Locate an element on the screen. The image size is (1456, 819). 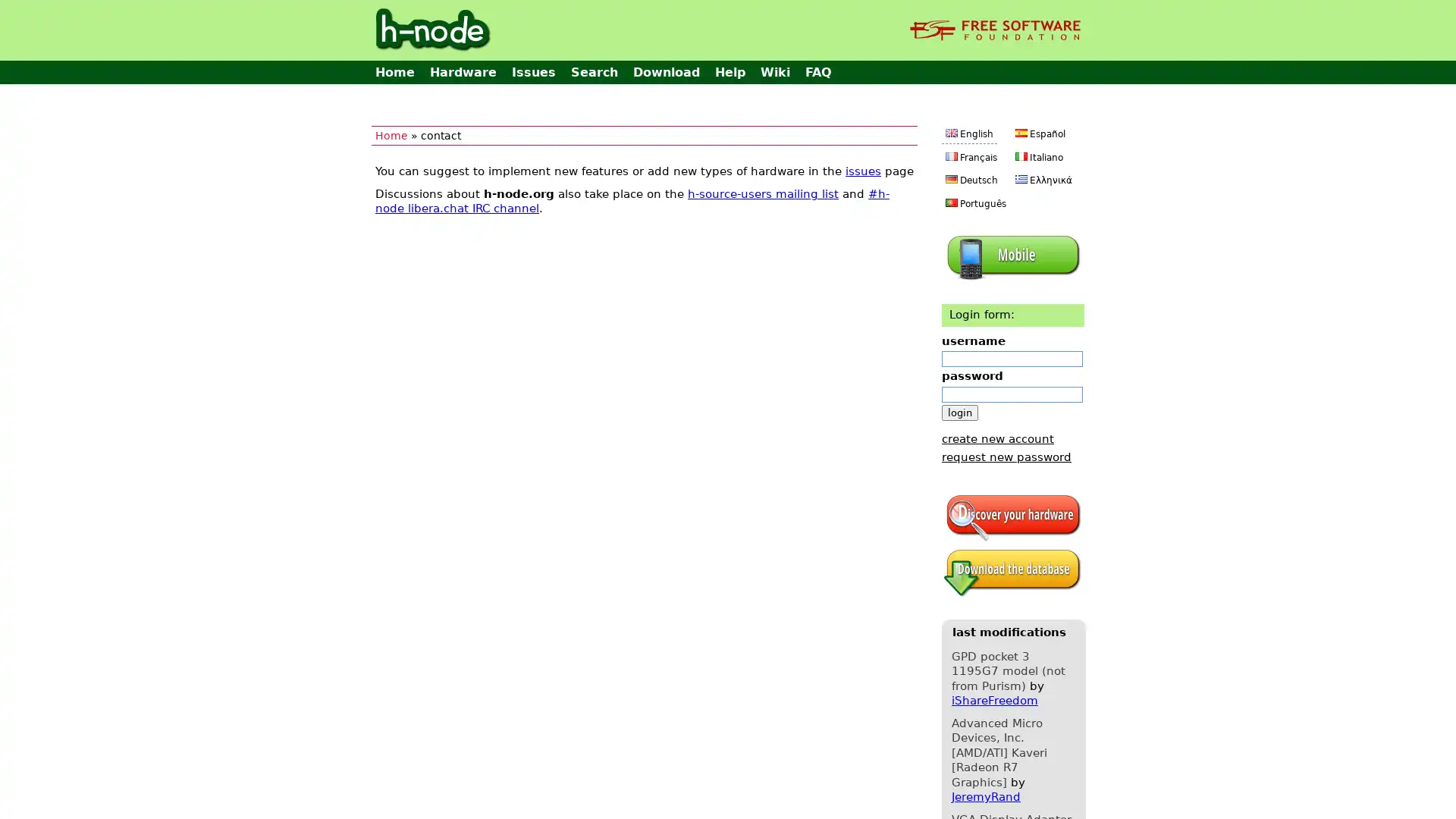
login is located at coordinates (959, 412).